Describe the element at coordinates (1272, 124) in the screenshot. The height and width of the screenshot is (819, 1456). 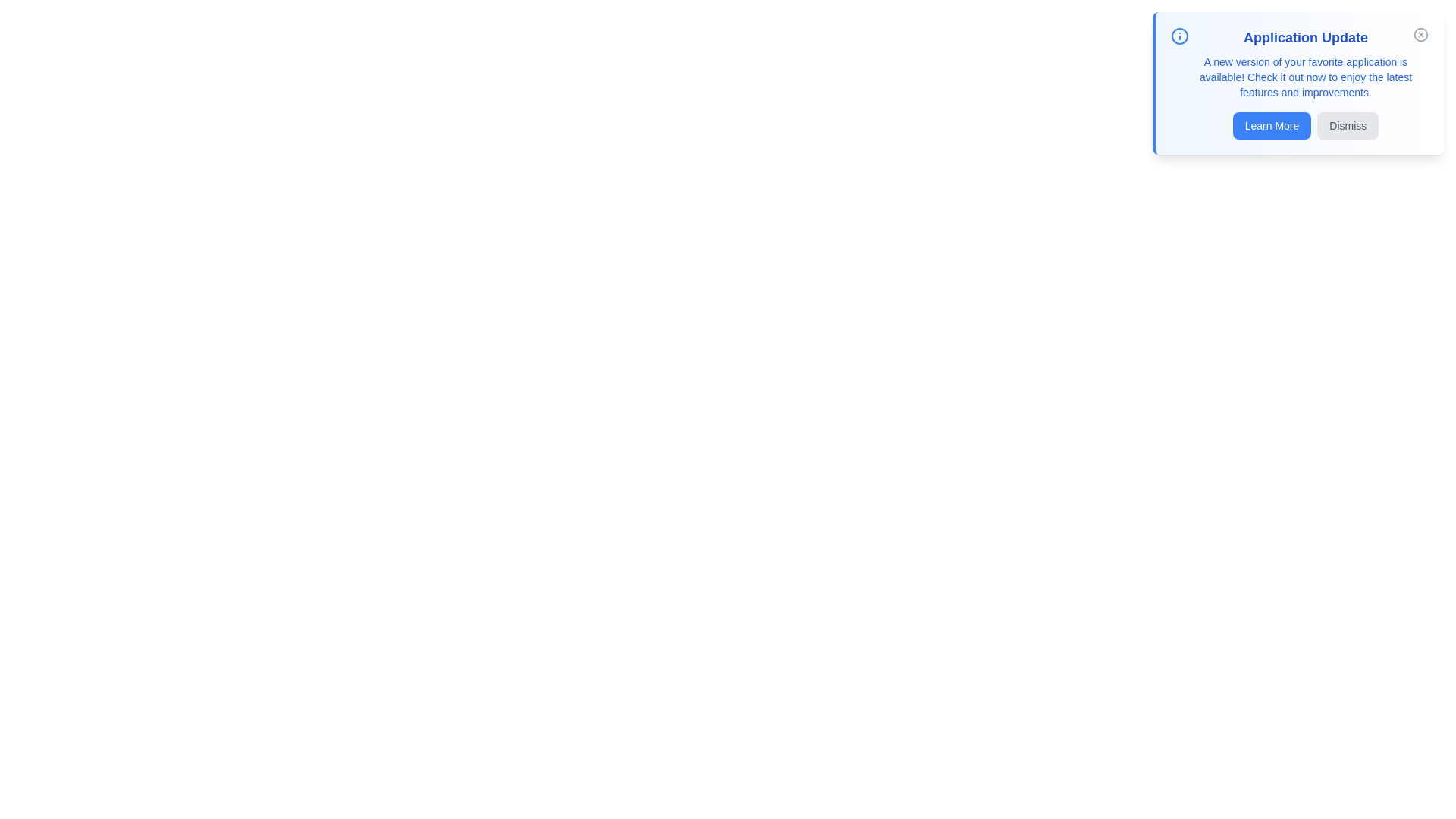
I see `the 'Learn More' button to navigate to the update page` at that location.